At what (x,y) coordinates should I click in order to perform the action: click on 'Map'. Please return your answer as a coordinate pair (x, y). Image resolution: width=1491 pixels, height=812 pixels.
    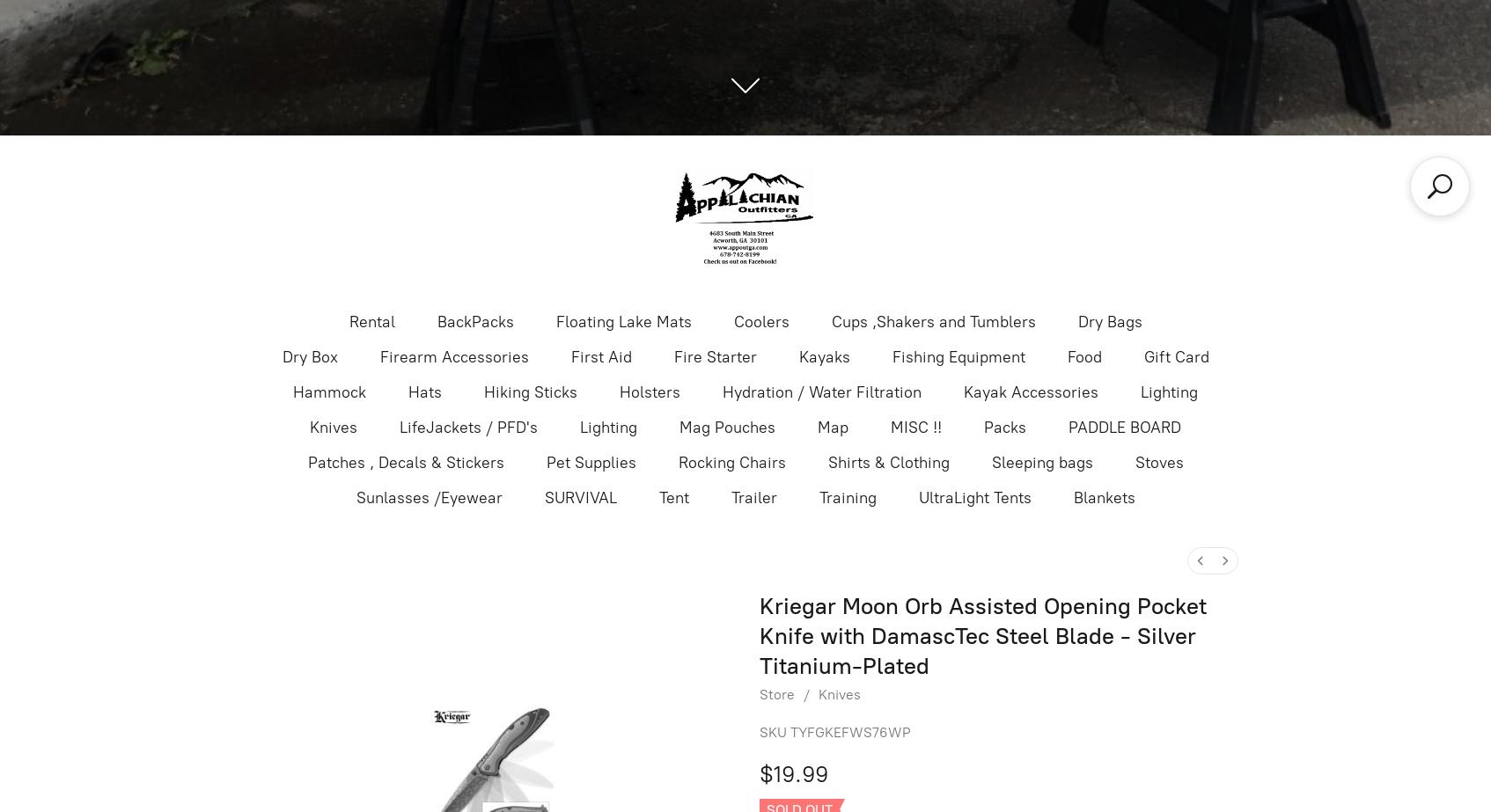
    Looking at the image, I should click on (833, 426).